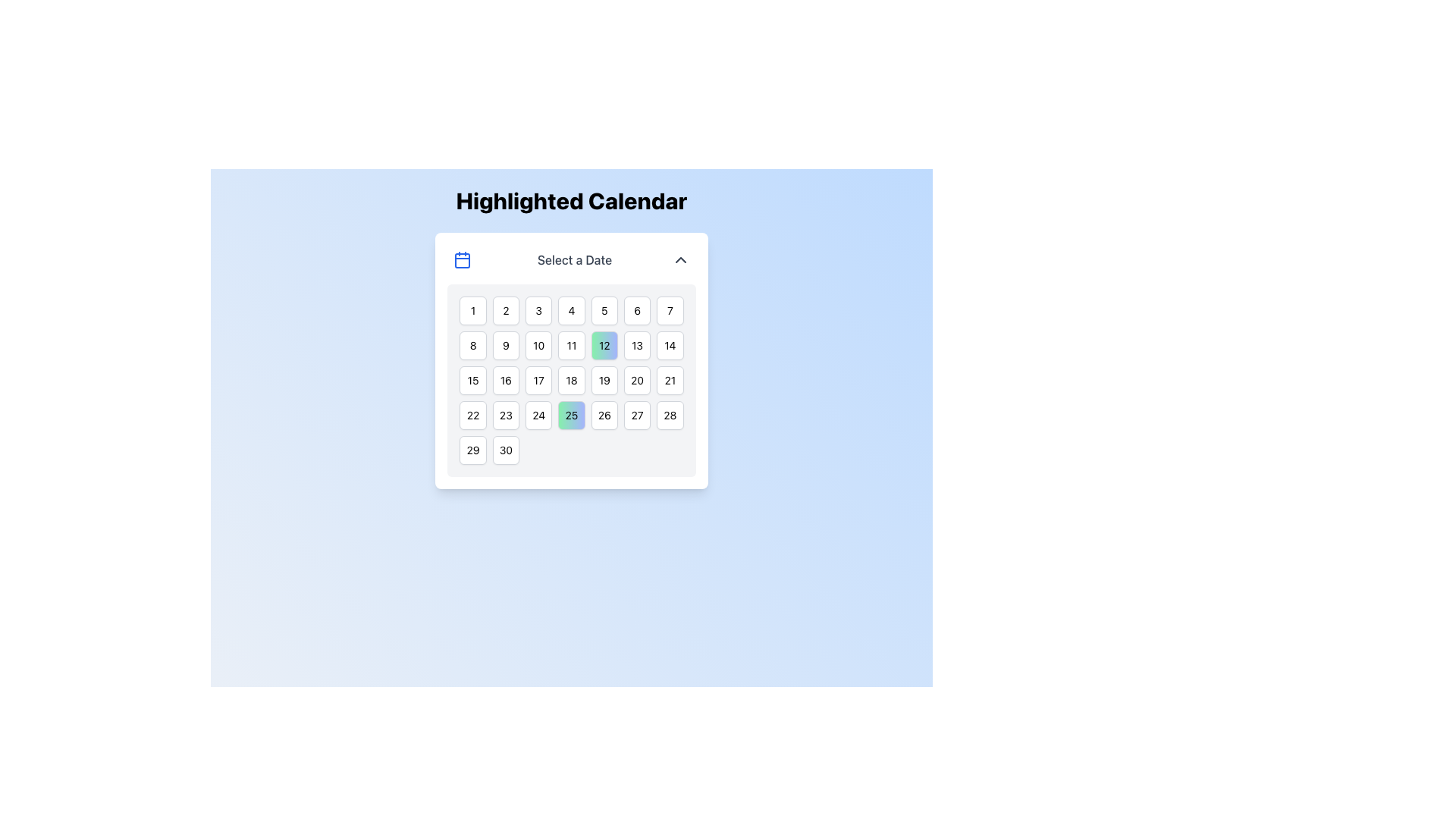  Describe the element at coordinates (570, 379) in the screenshot. I see `the button corresponding to the date '18' in the calendar` at that location.